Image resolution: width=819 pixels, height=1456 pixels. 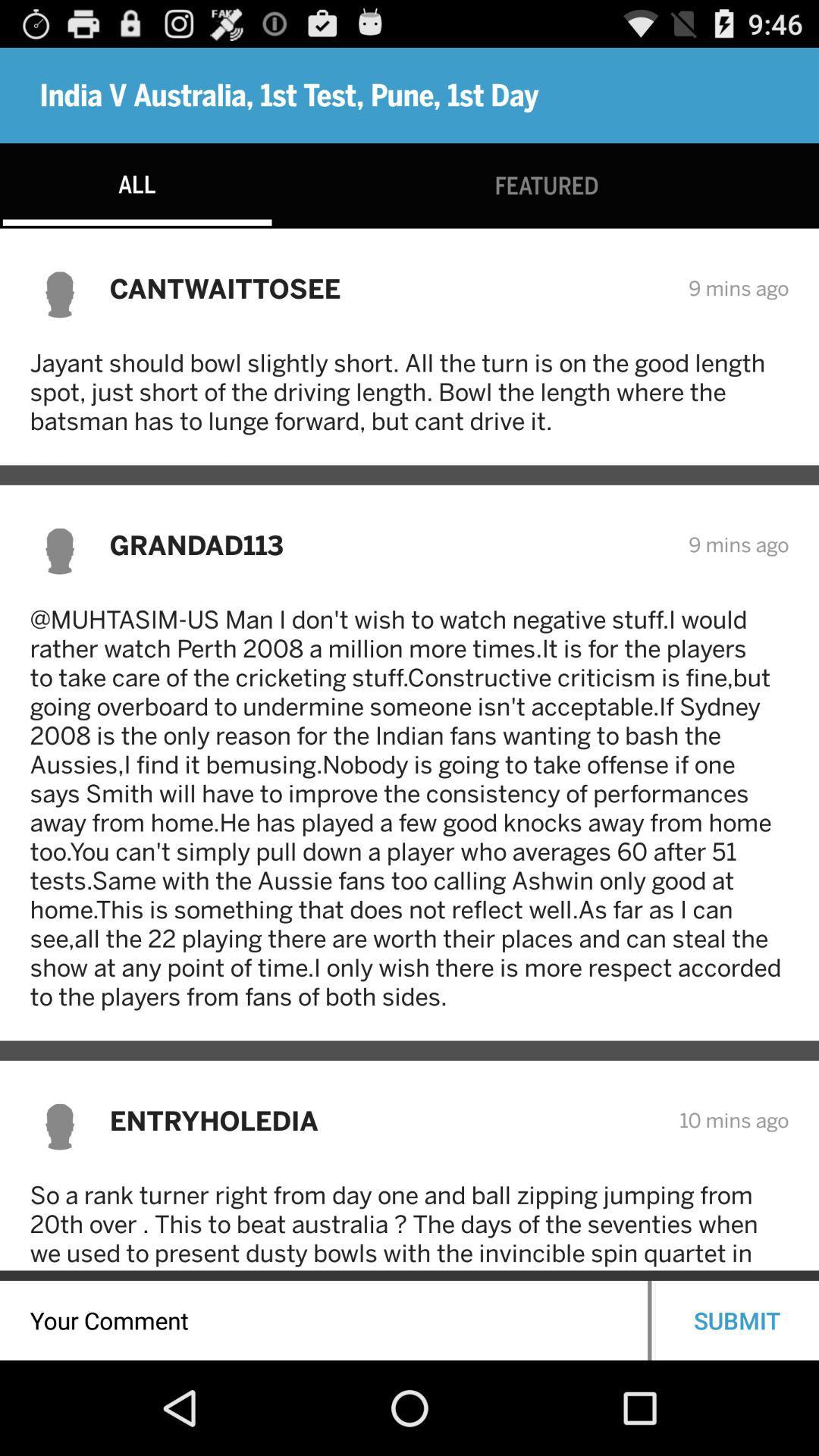 I want to click on muhtasim us man, so click(x=409, y=807).